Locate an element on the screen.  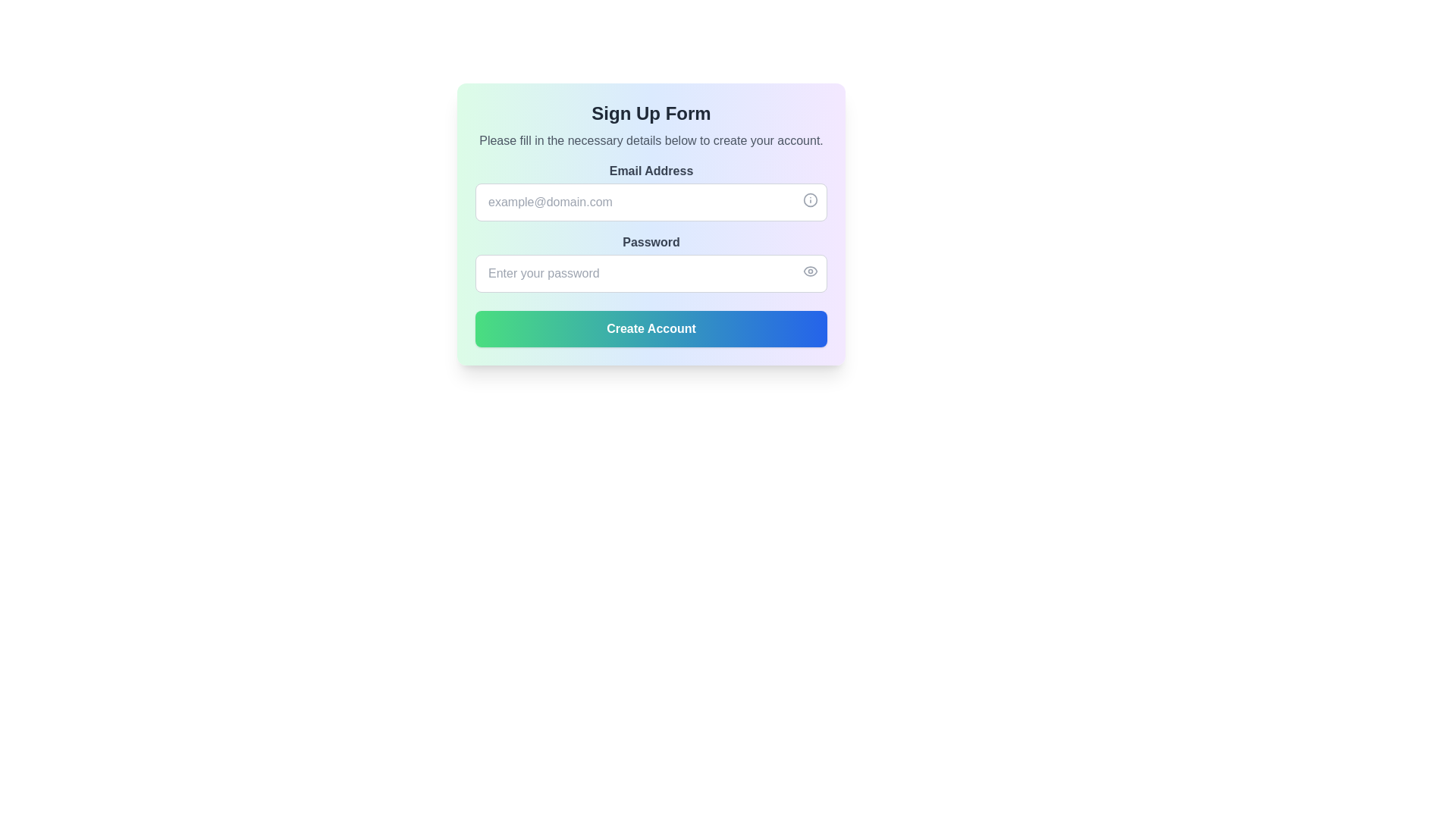
the password input field is located at coordinates (651, 262).